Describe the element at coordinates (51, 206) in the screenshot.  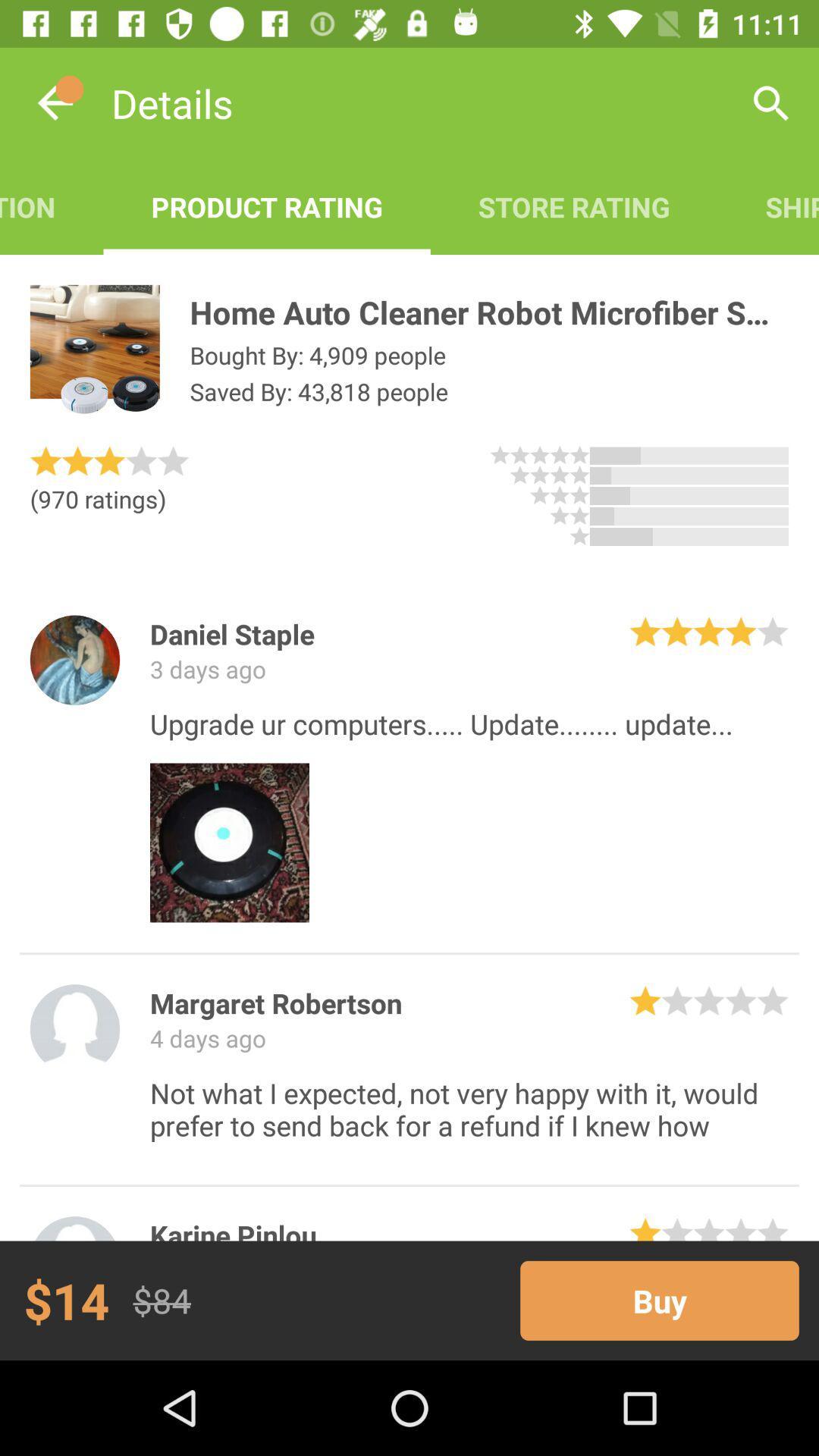
I see `app next to product rating` at that location.